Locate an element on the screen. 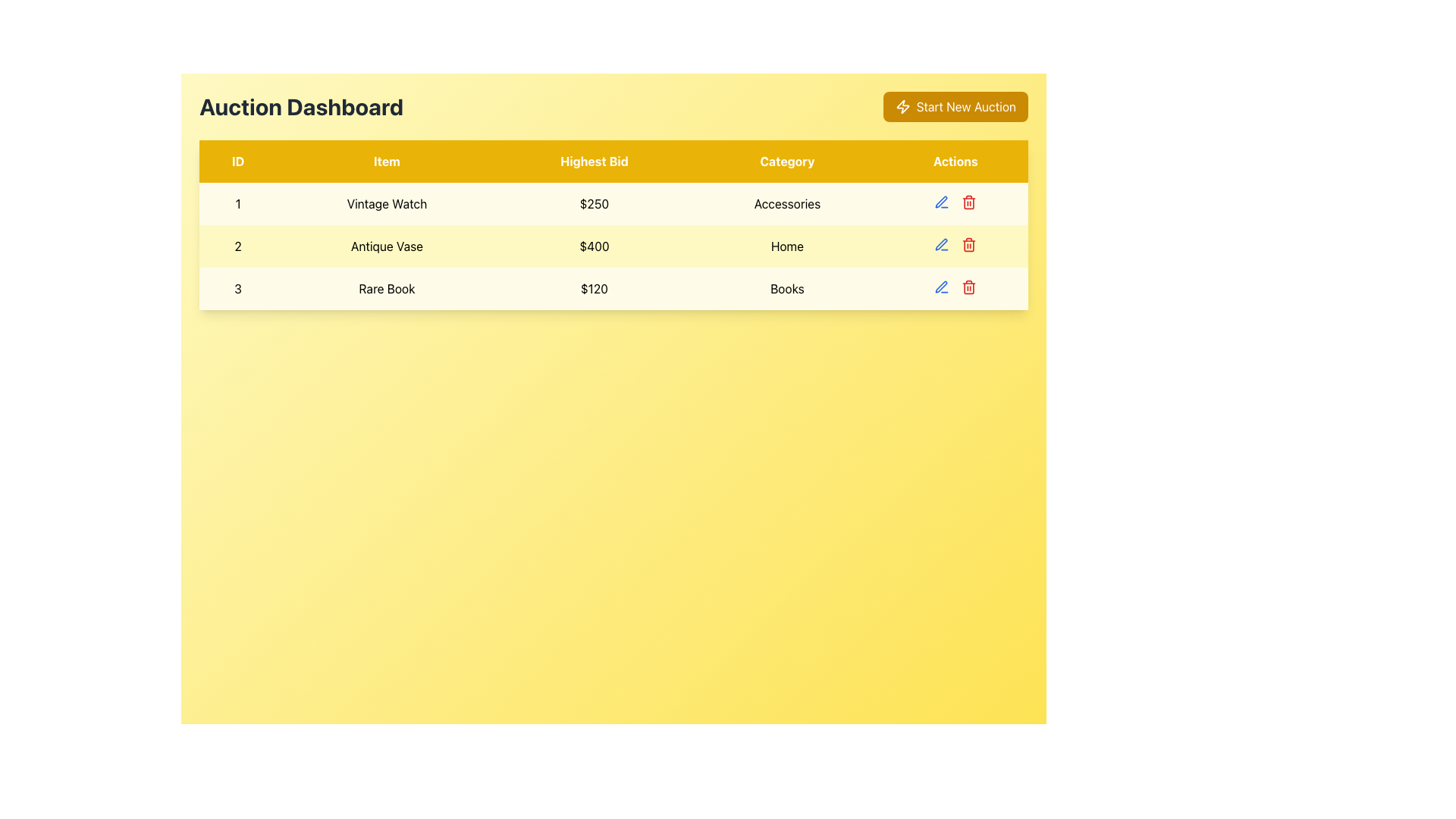 This screenshot has height=819, width=1456. the text label that provides the name of the product in the auction table, located in the first row and second column, adjacent to '1' and '$250' is located at coordinates (387, 203).